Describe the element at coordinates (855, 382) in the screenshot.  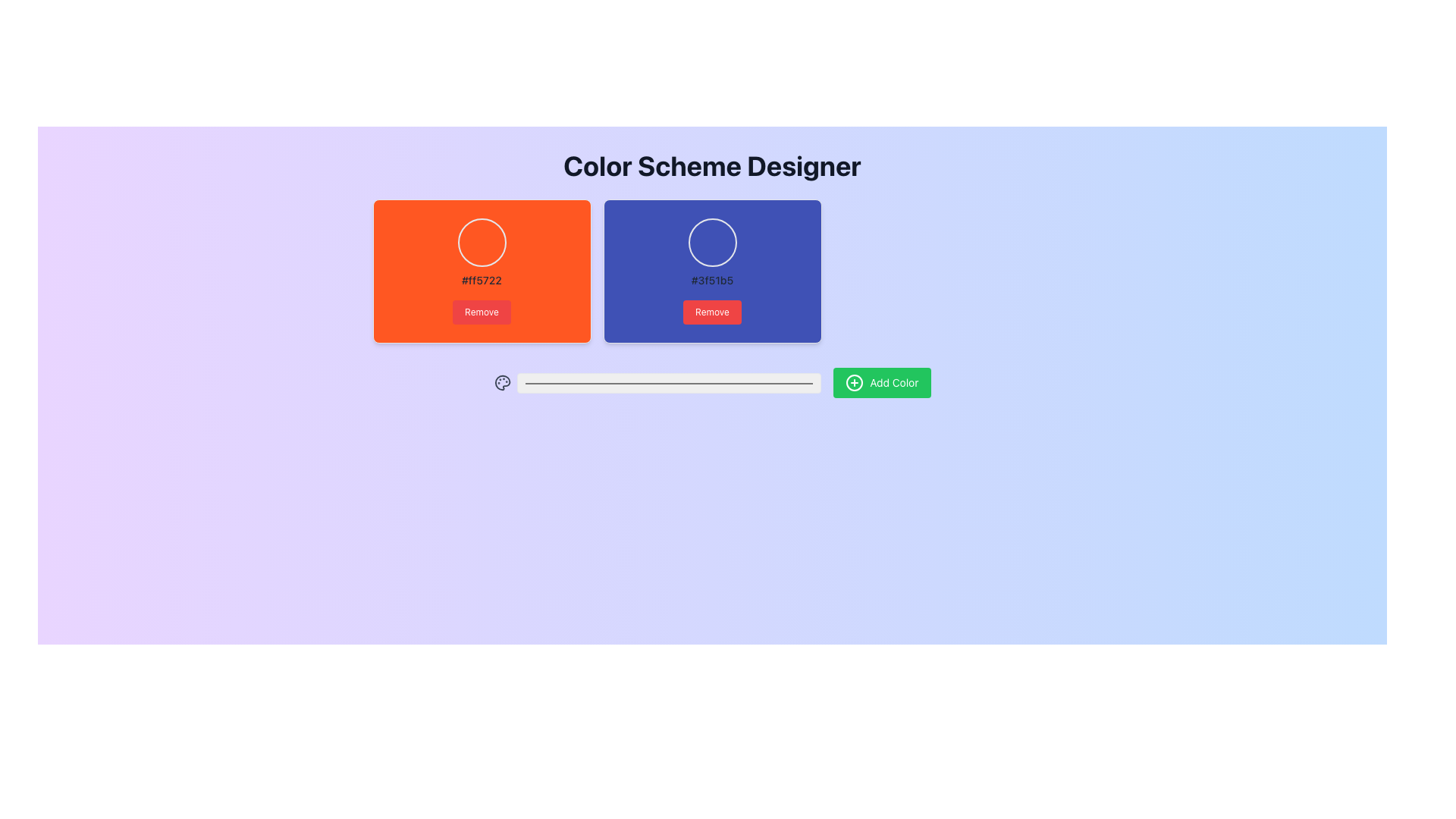
I see `the small circular white icon with a plus sign located on the green 'Add Color' button at the lower right corner of the interface` at that location.